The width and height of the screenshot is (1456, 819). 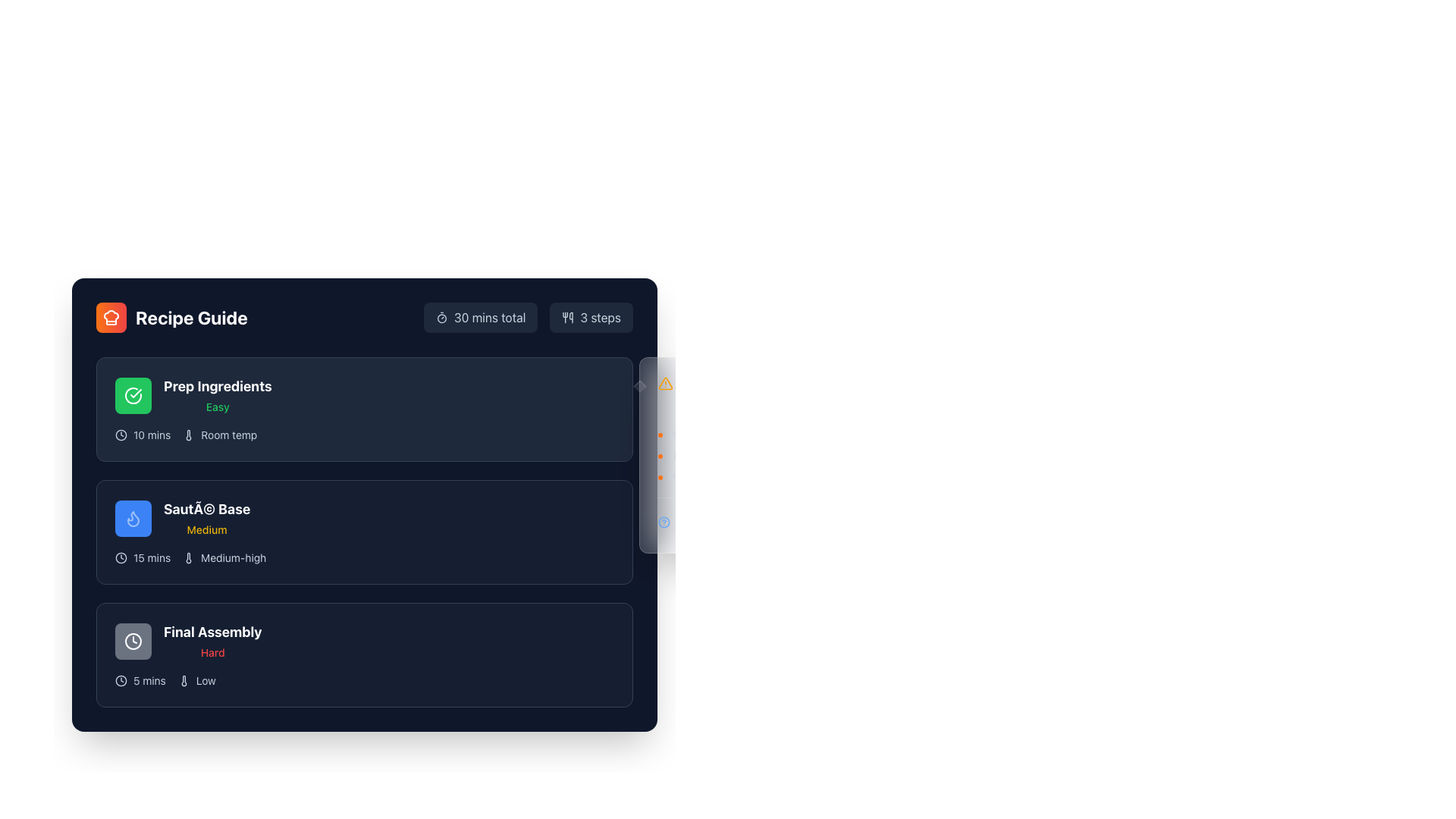 I want to click on the thermometer bar icon associated with the 'Sauté Base' list item, which visually indicates medium-high temperature levels, so click(x=188, y=558).